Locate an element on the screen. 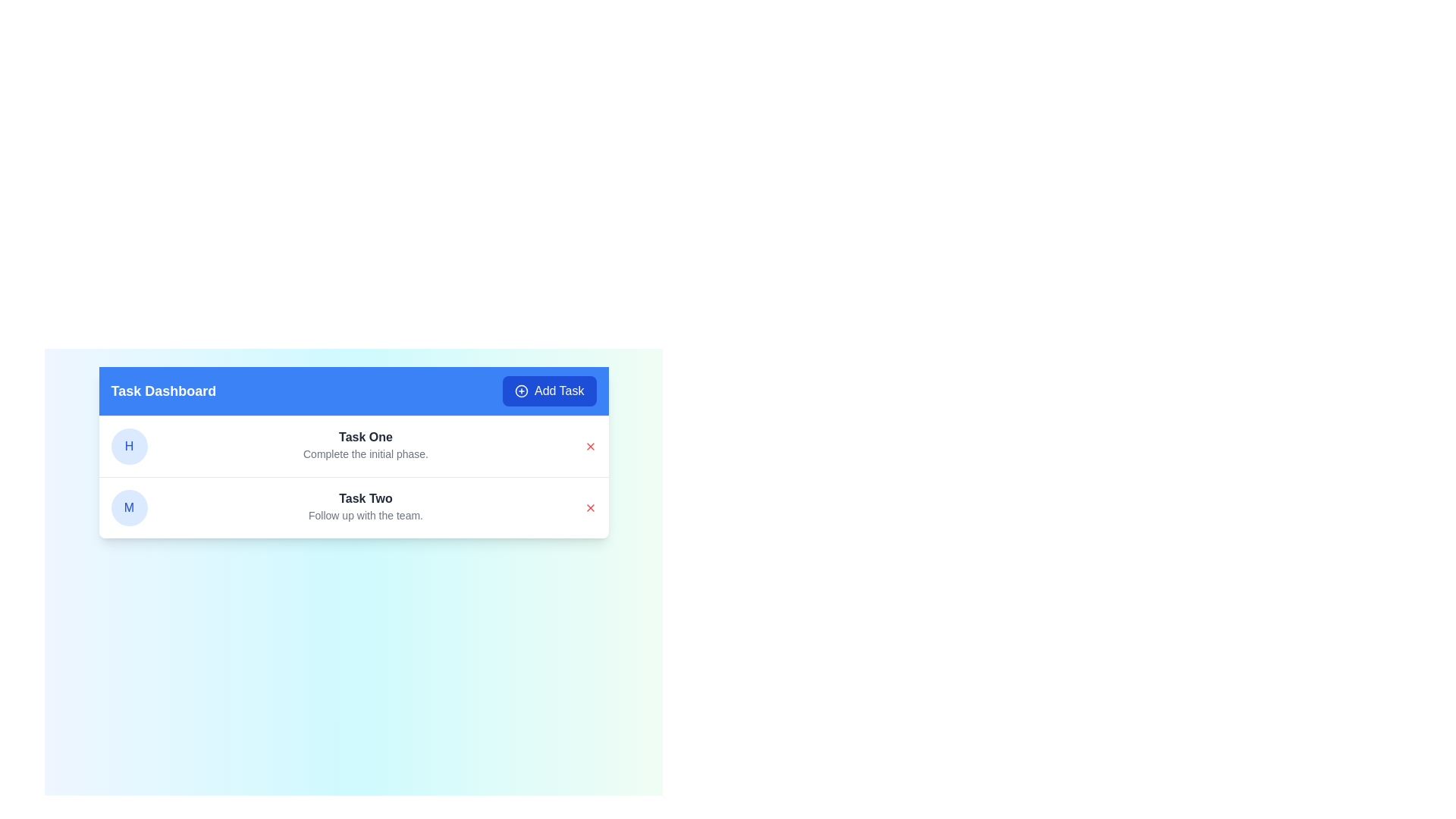 The width and height of the screenshot is (1456, 819). the Text label that provides a brief description about 'Task One', positioned below the 'Task One' header and aligned horizontally with it is located at coordinates (366, 453).